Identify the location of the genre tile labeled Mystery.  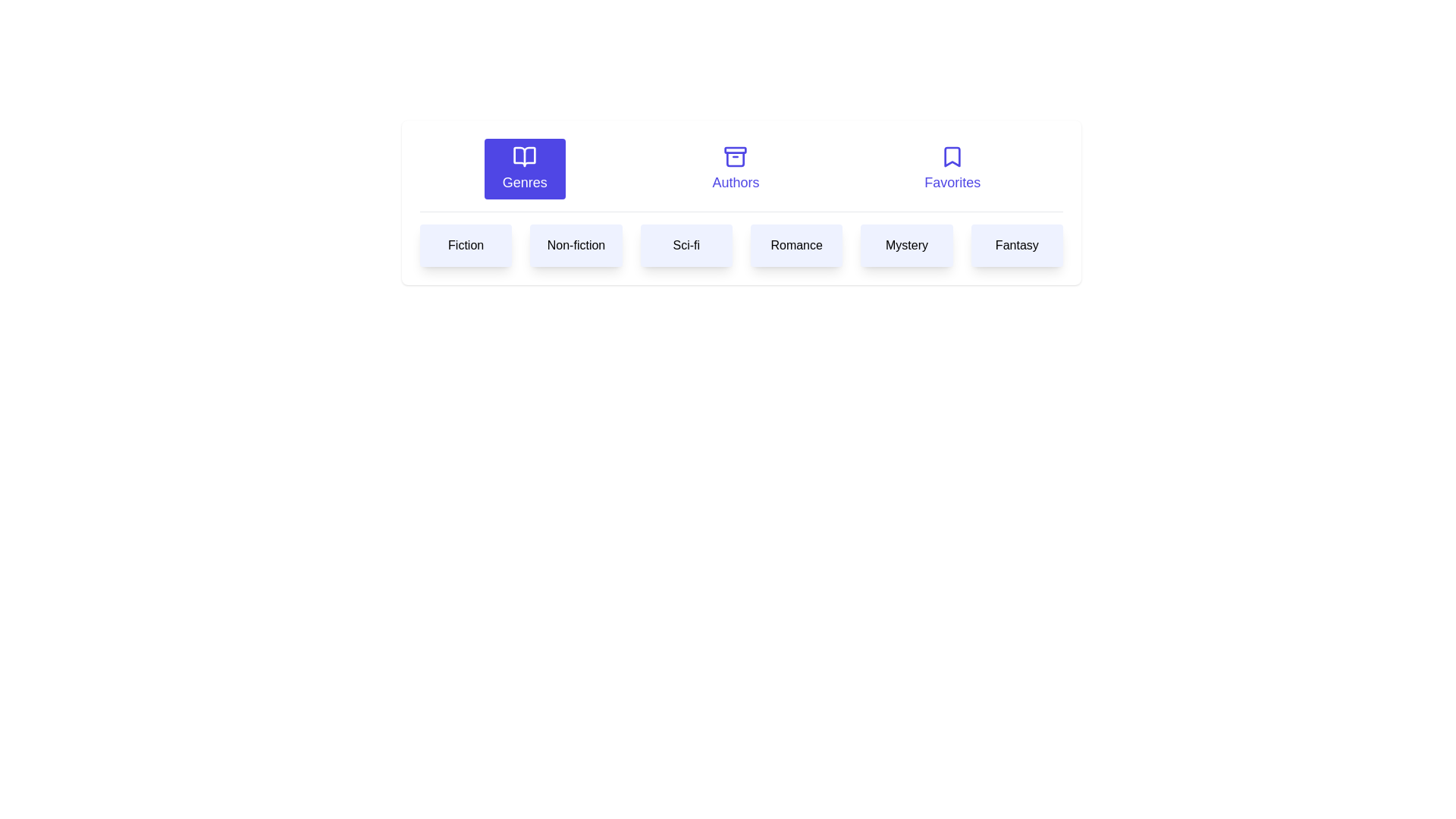
(906, 245).